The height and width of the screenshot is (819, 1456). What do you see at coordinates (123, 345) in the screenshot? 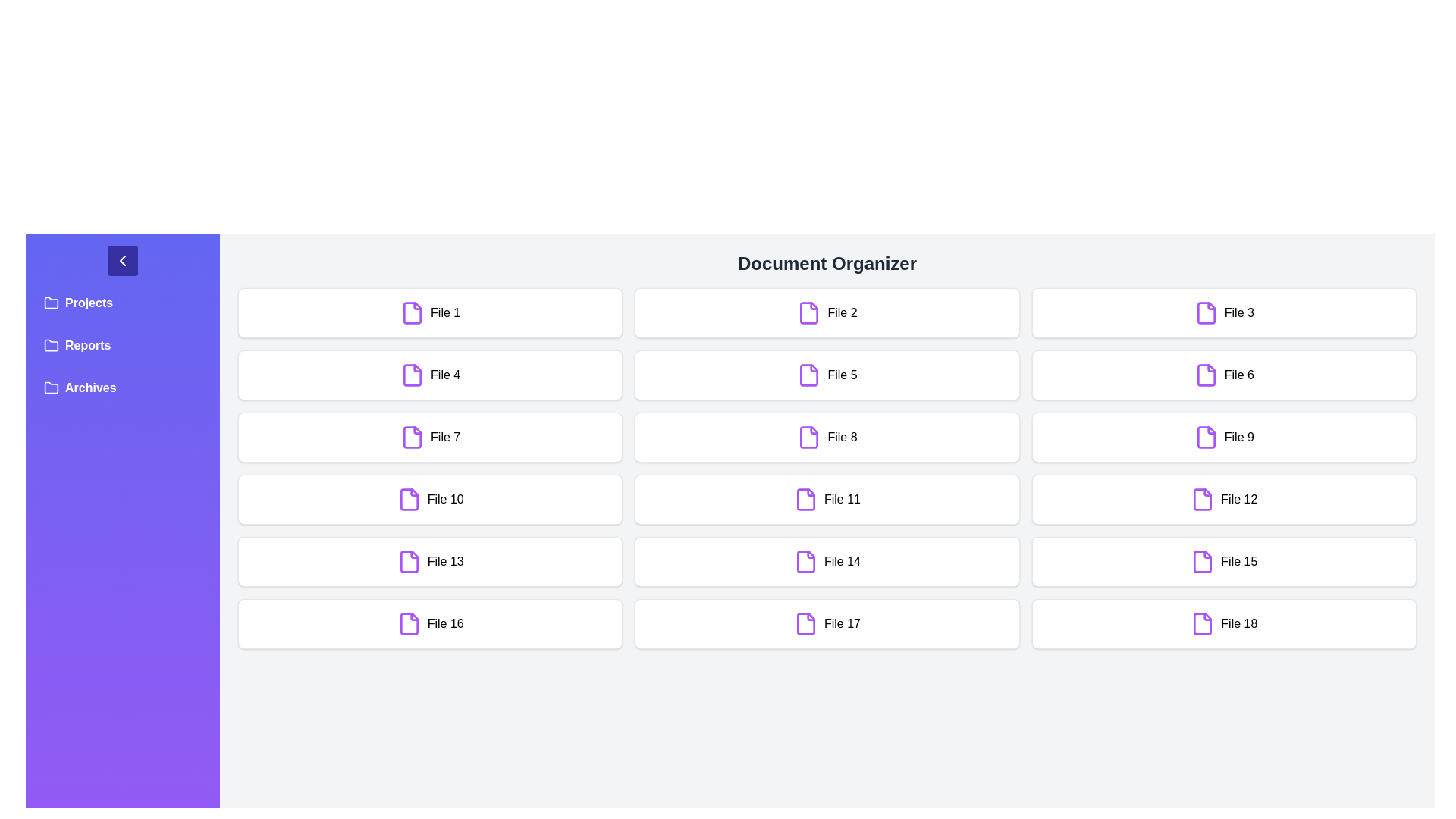
I see `the folder labeled Reports in the sidebar to open it` at bounding box center [123, 345].